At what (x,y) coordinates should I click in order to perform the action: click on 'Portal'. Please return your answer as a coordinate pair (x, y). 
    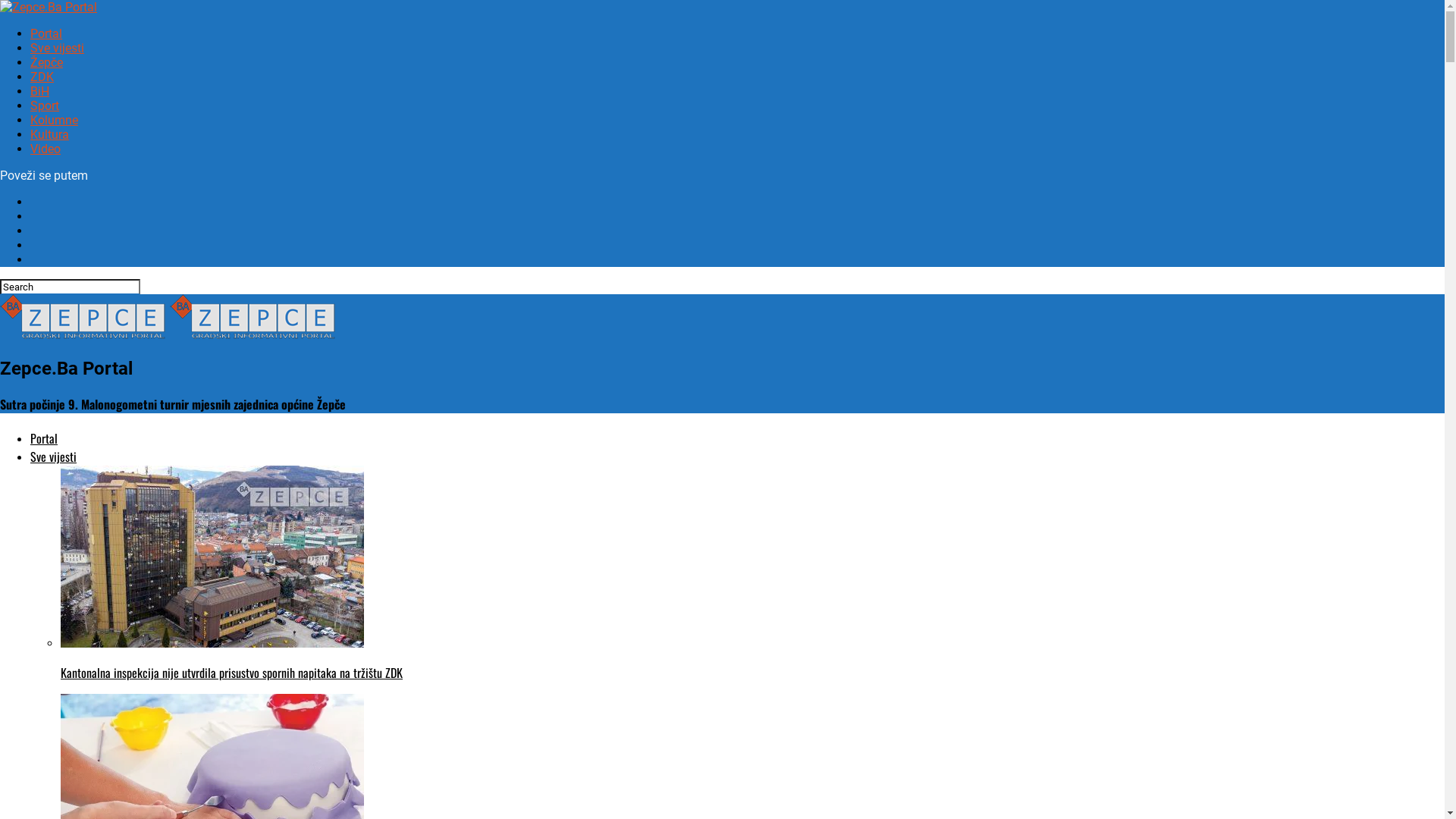
    Looking at the image, I should click on (46, 33).